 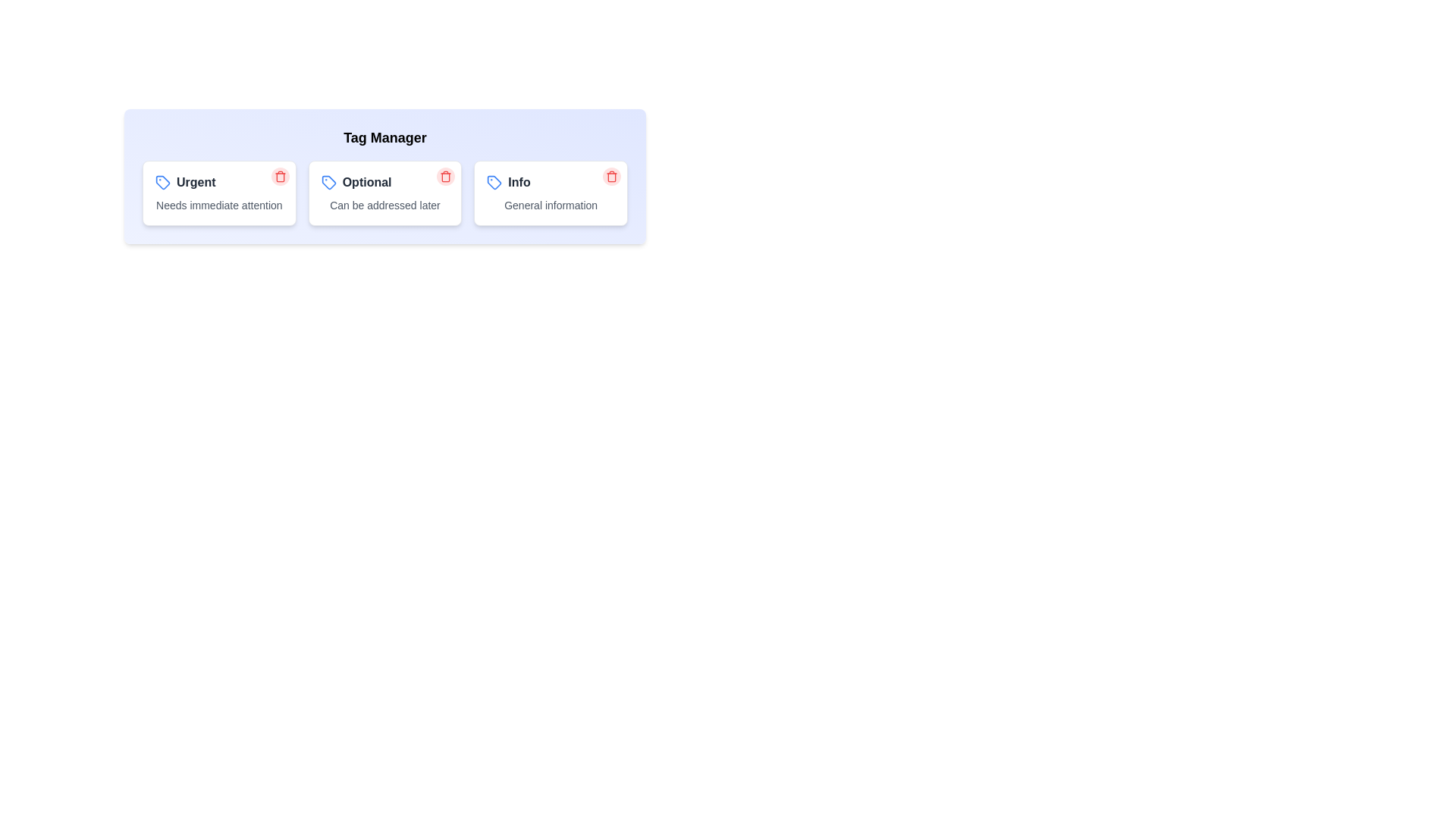 What do you see at coordinates (611, 175) in the screenshot?
I see `the trash icon of the tag labeled Info to delete it` at bounding box center [611, 175].